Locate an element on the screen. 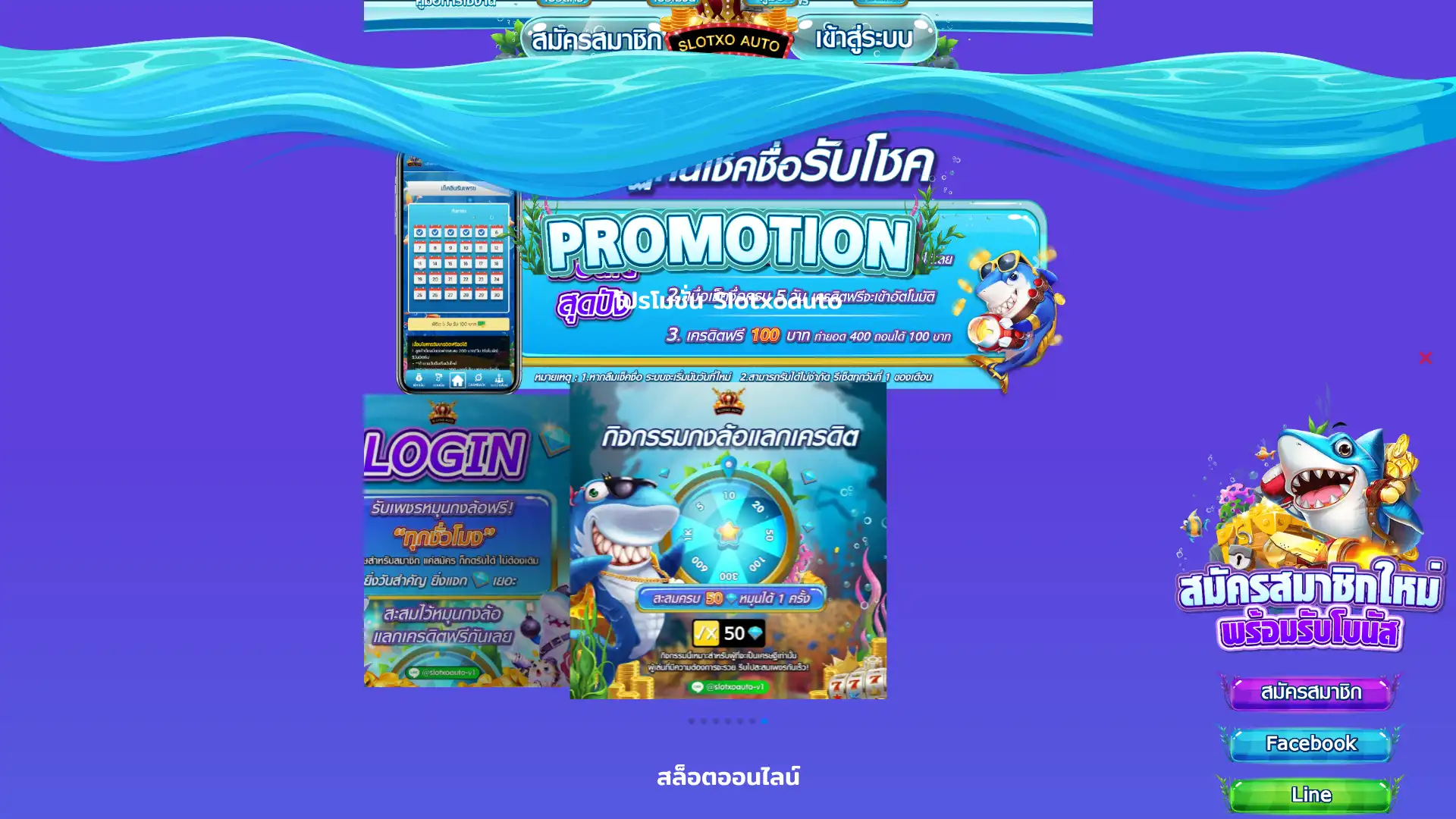 This screenshot has width=1456, height=819. Close is located at coordinates (1425, 357).